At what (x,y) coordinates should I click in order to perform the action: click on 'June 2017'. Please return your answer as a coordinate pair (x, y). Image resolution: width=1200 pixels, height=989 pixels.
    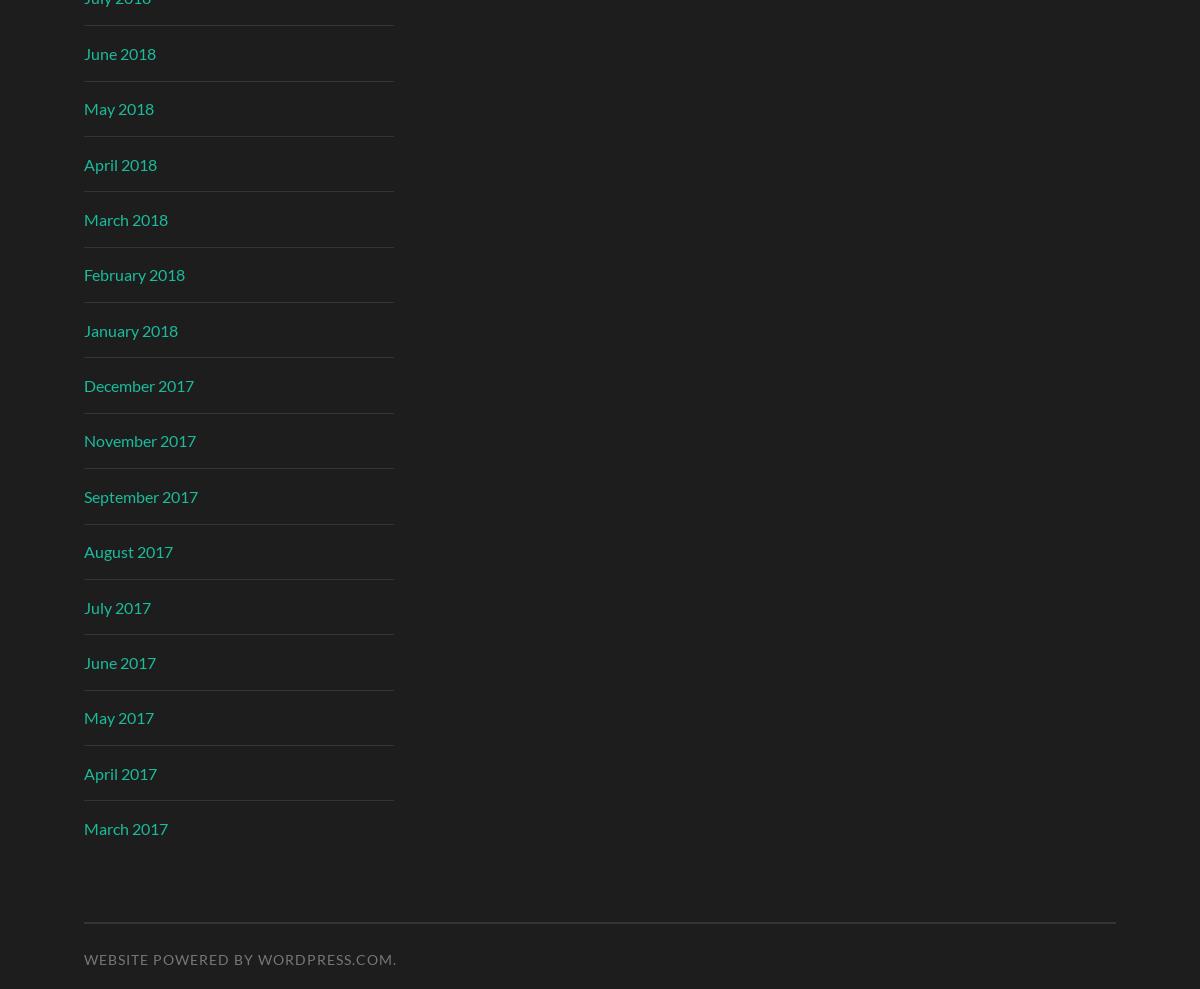
    Looking at the image, I should click on (120, 660).